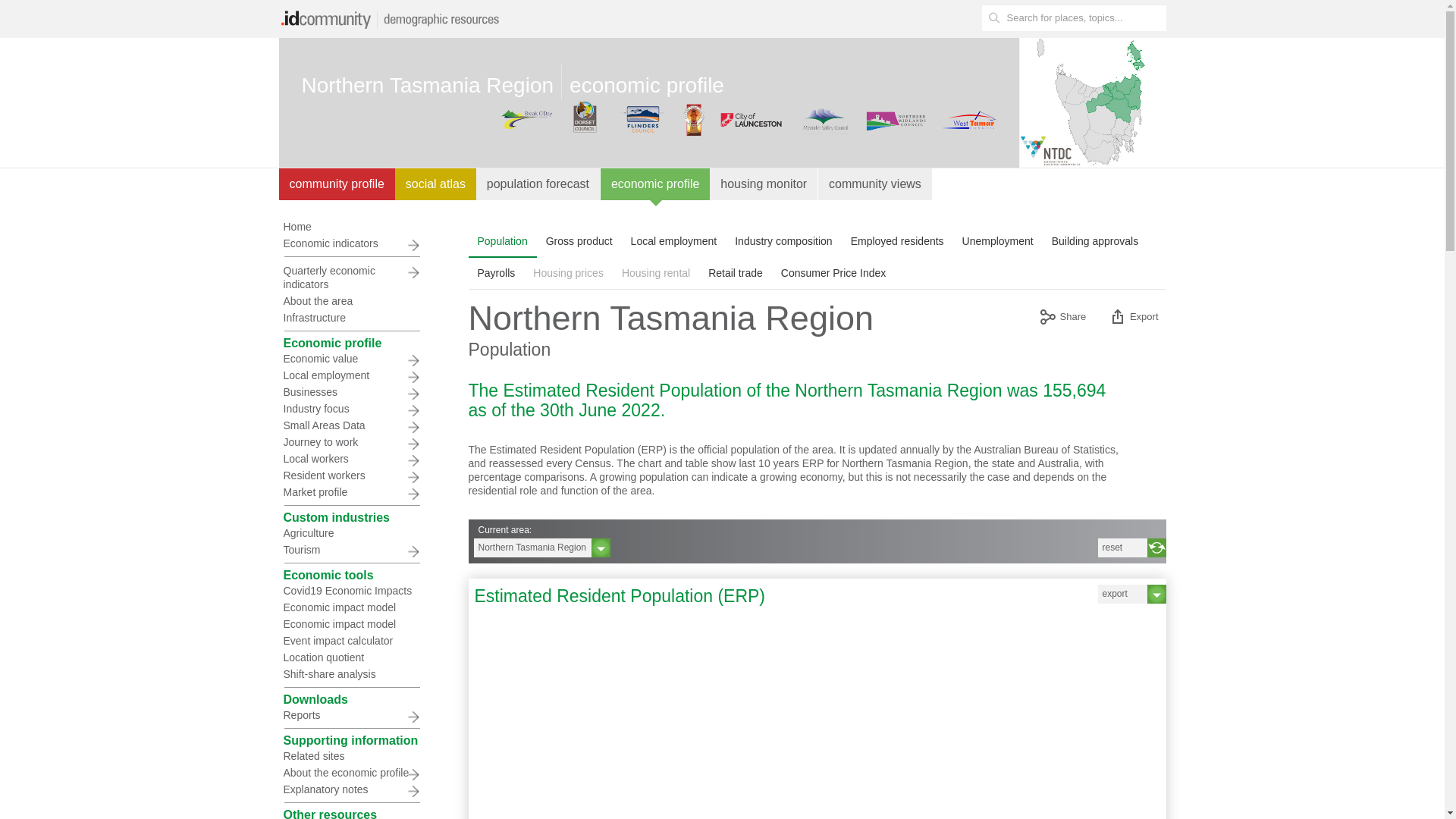  Describe the element at coordinates (350, 714) in the screenshot. I see `'Reports` at that location.